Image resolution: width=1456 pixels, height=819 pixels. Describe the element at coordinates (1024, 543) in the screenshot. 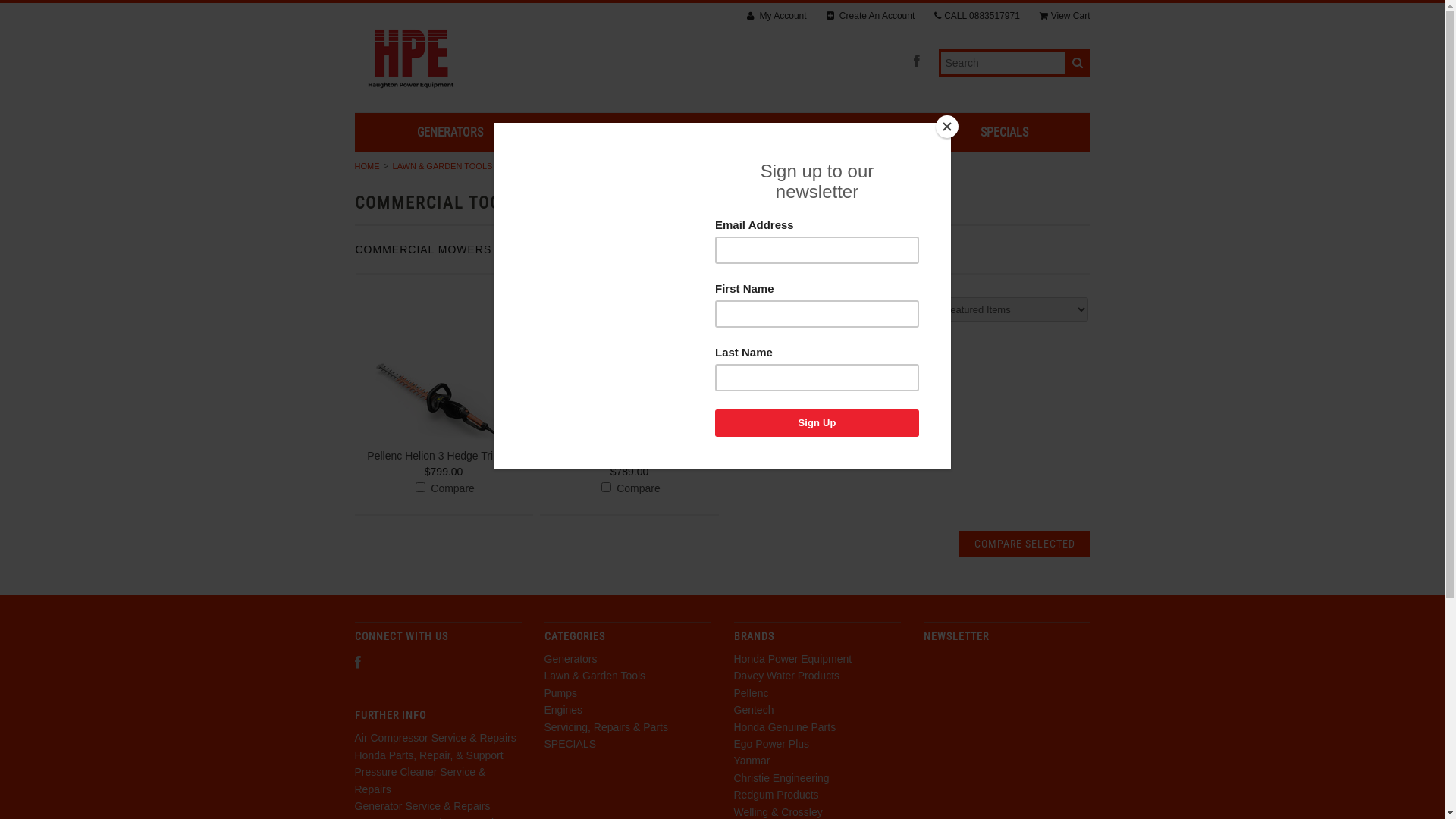

I see `'Compare Selected'` at that location.